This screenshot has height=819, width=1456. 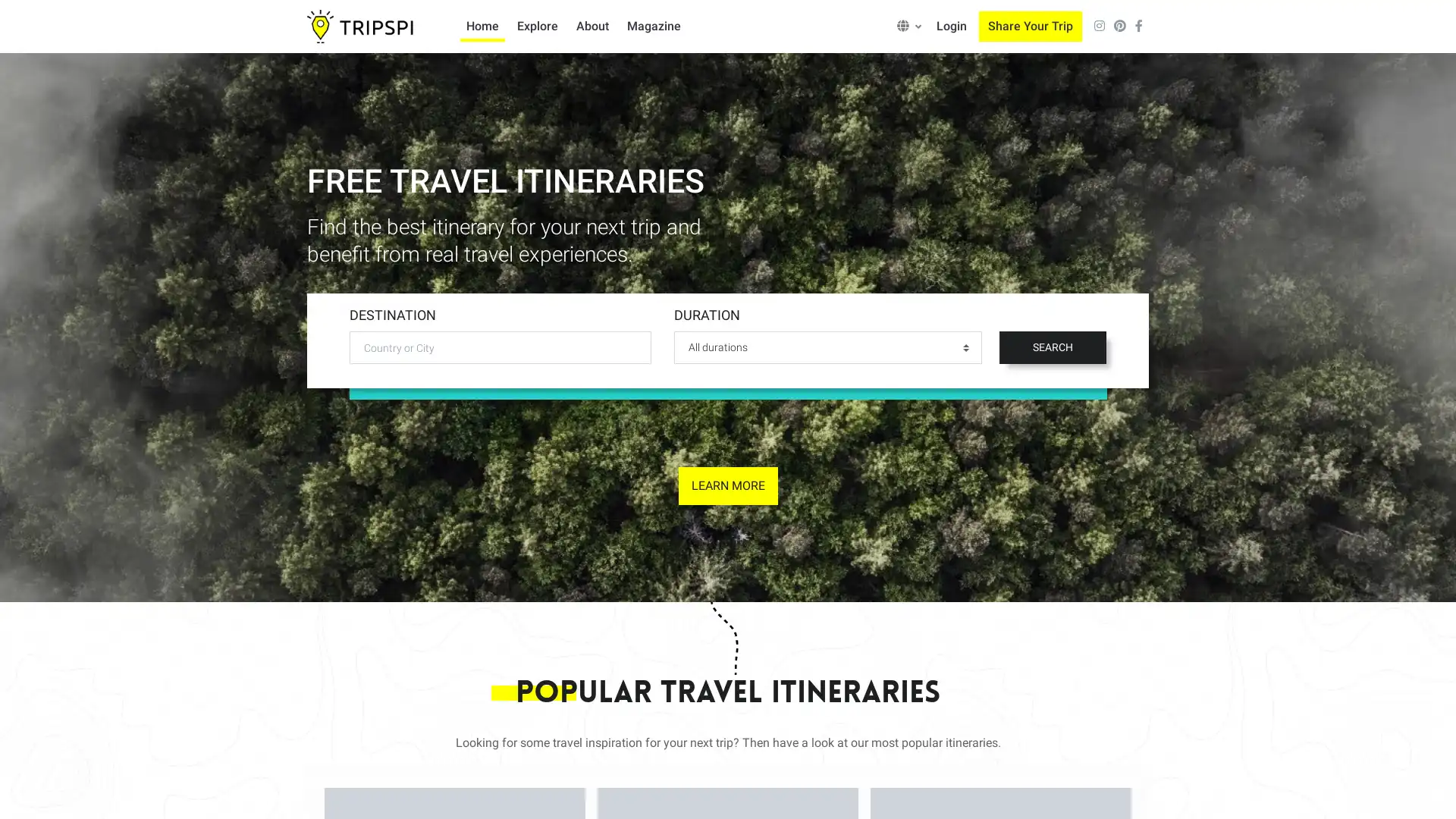 What do you see at coordinates (361, 748) in the screenshot?
I see `Accept all` at bounding box center [361, 748].